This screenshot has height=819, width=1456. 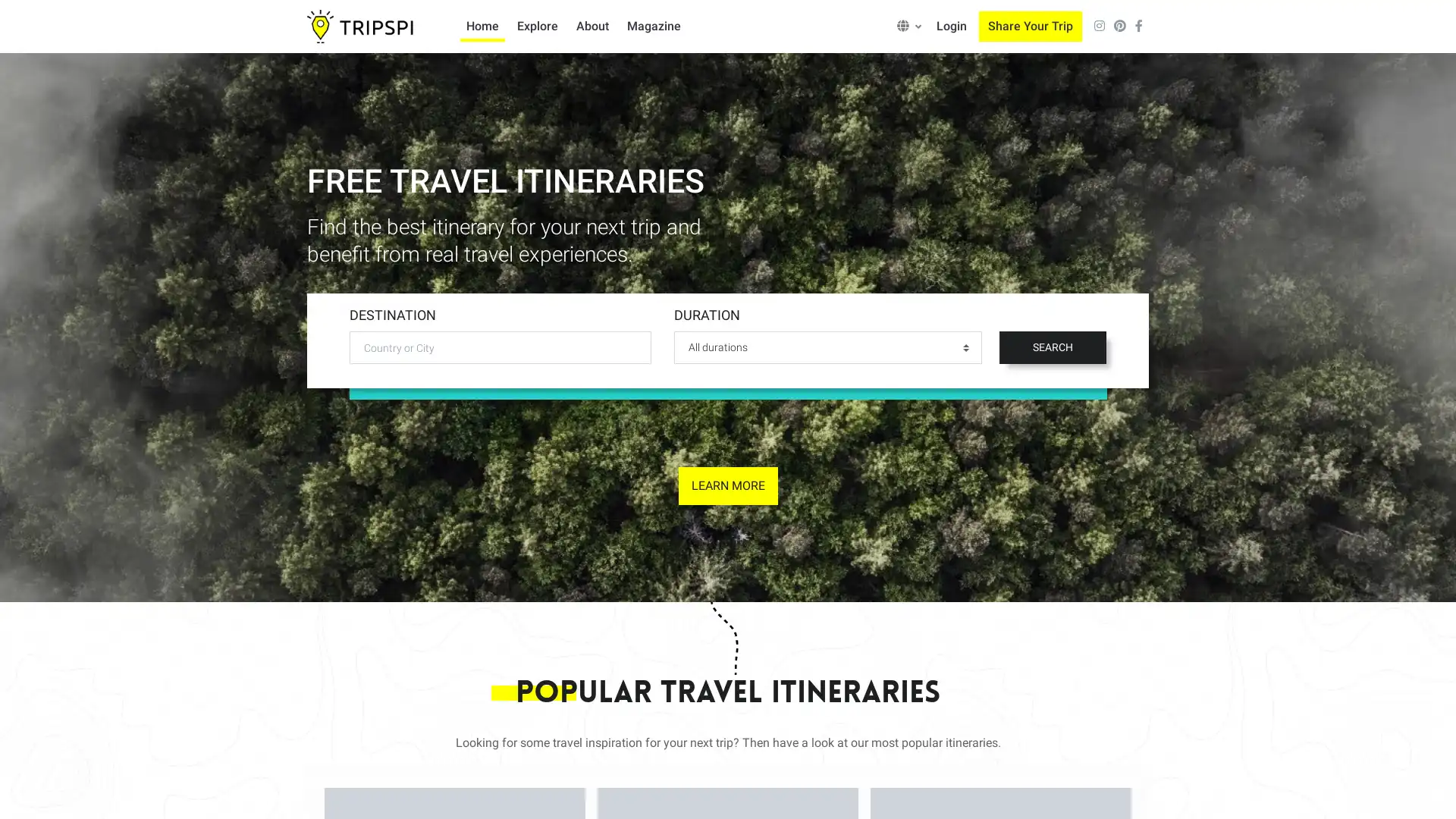 What do you see at coordinates (361, 748) in the screenshot?
I see `Accept all` at bounding box center [361, 748].